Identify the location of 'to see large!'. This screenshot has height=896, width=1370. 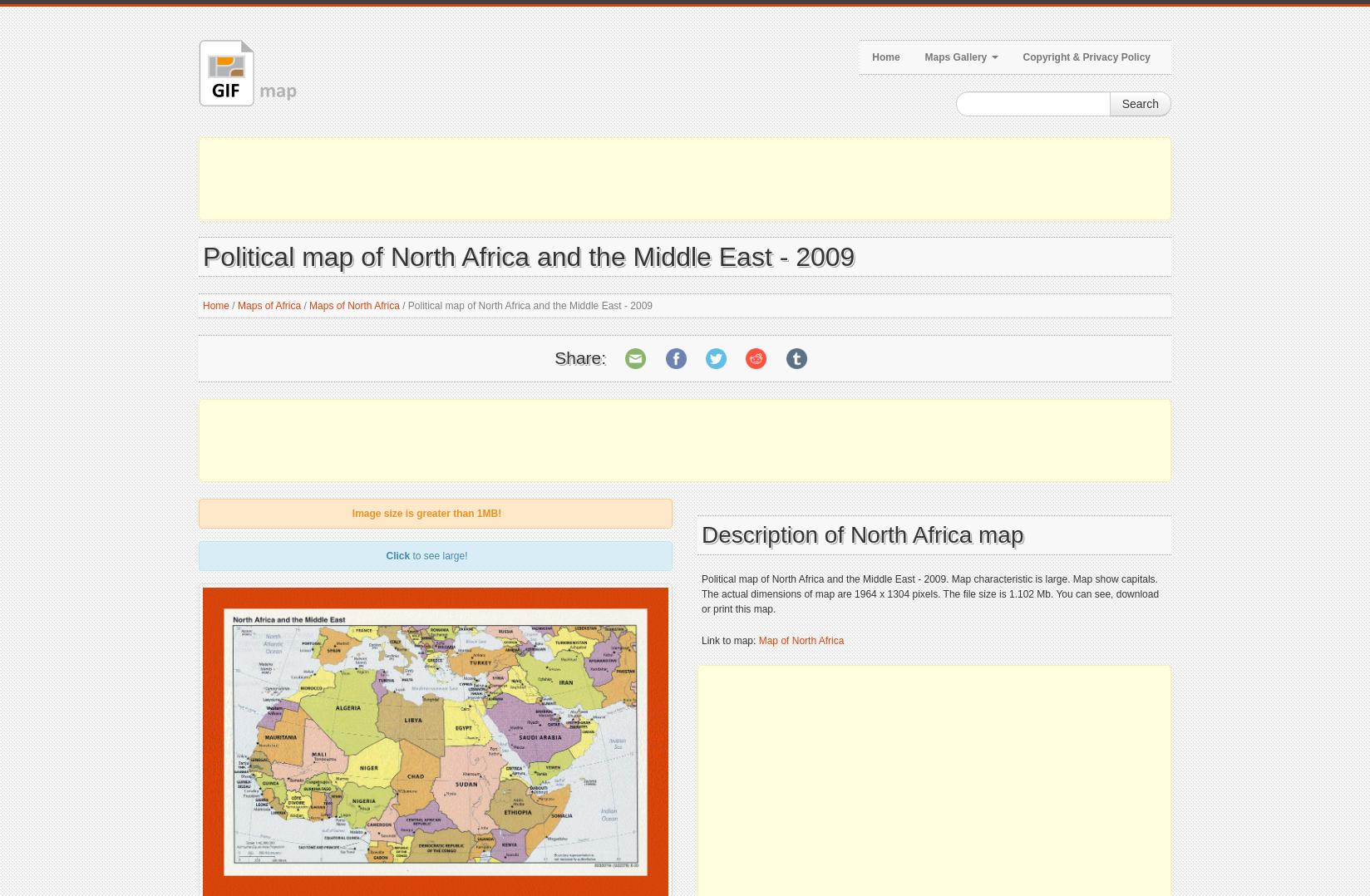
(438, 556).